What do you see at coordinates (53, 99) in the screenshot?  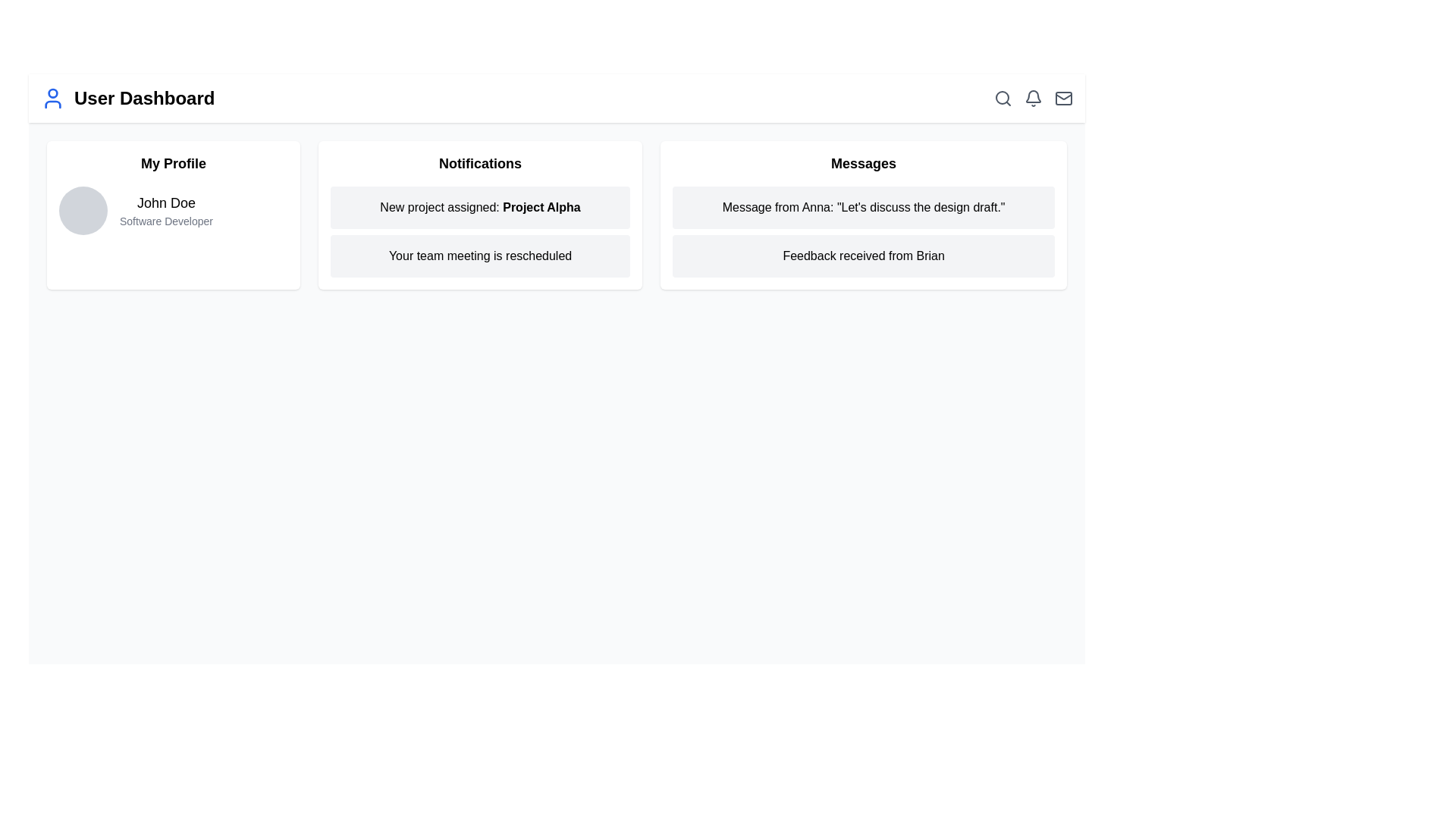 I see `the user profile icon located to the left of the 'User Dashboard' text in the header section` at bounding box center [53, 99].